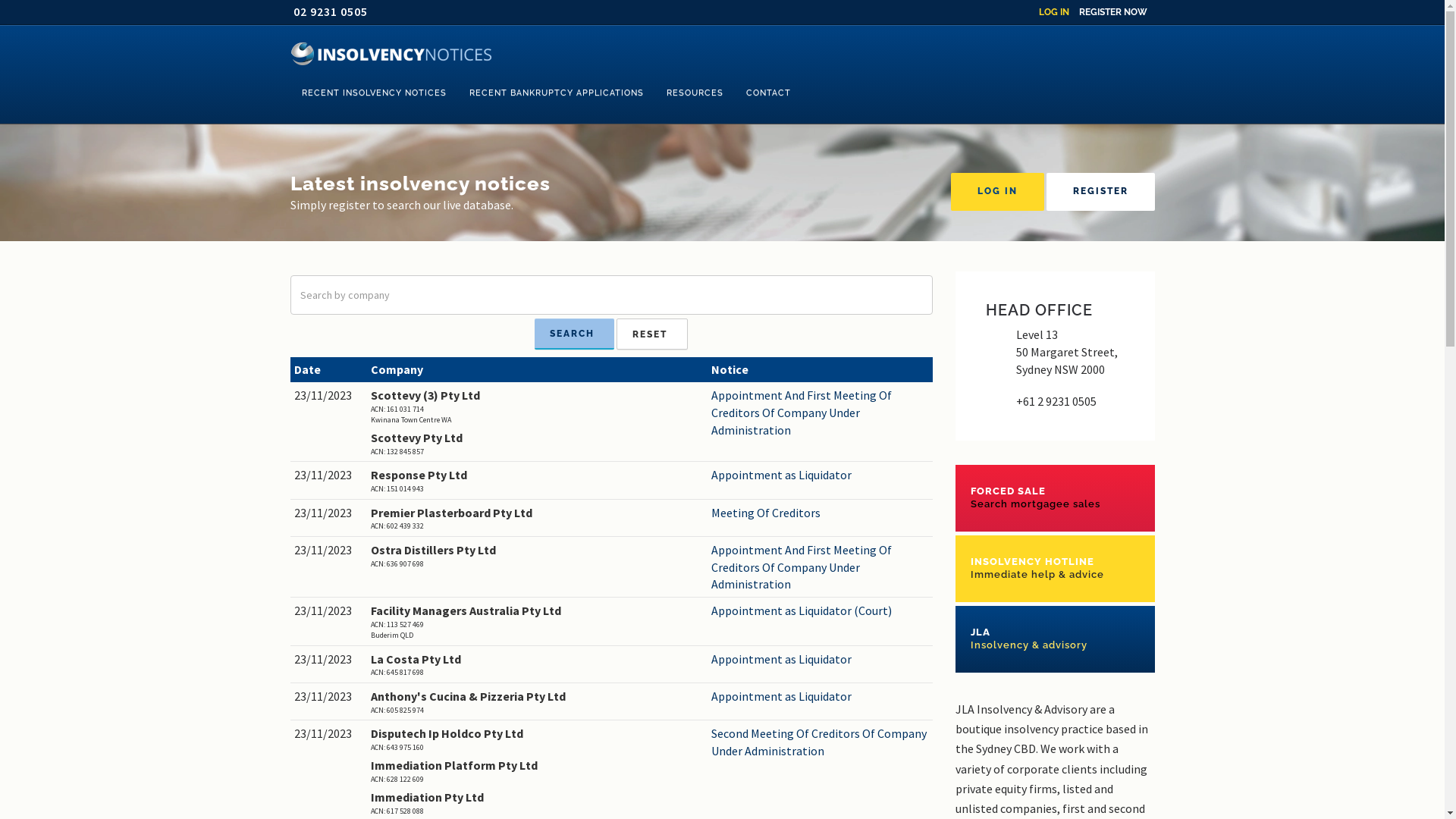 This screenshot has width=1456, height=819. Describe the element at coordinates (1100, 191) in the screenshot. I see `'REGISTER'` at that location.